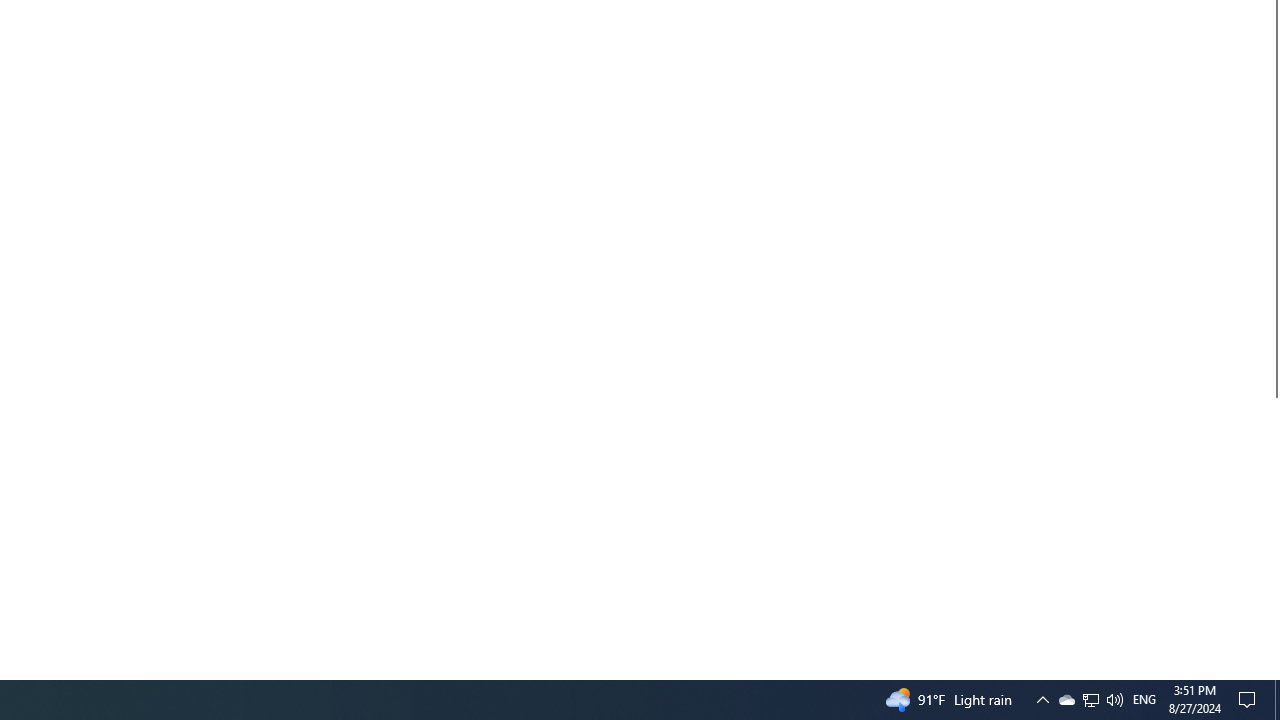 This screenshot has height=720, width=1280. I want to click on 'Q2790: 100%', so click(1113, 698).